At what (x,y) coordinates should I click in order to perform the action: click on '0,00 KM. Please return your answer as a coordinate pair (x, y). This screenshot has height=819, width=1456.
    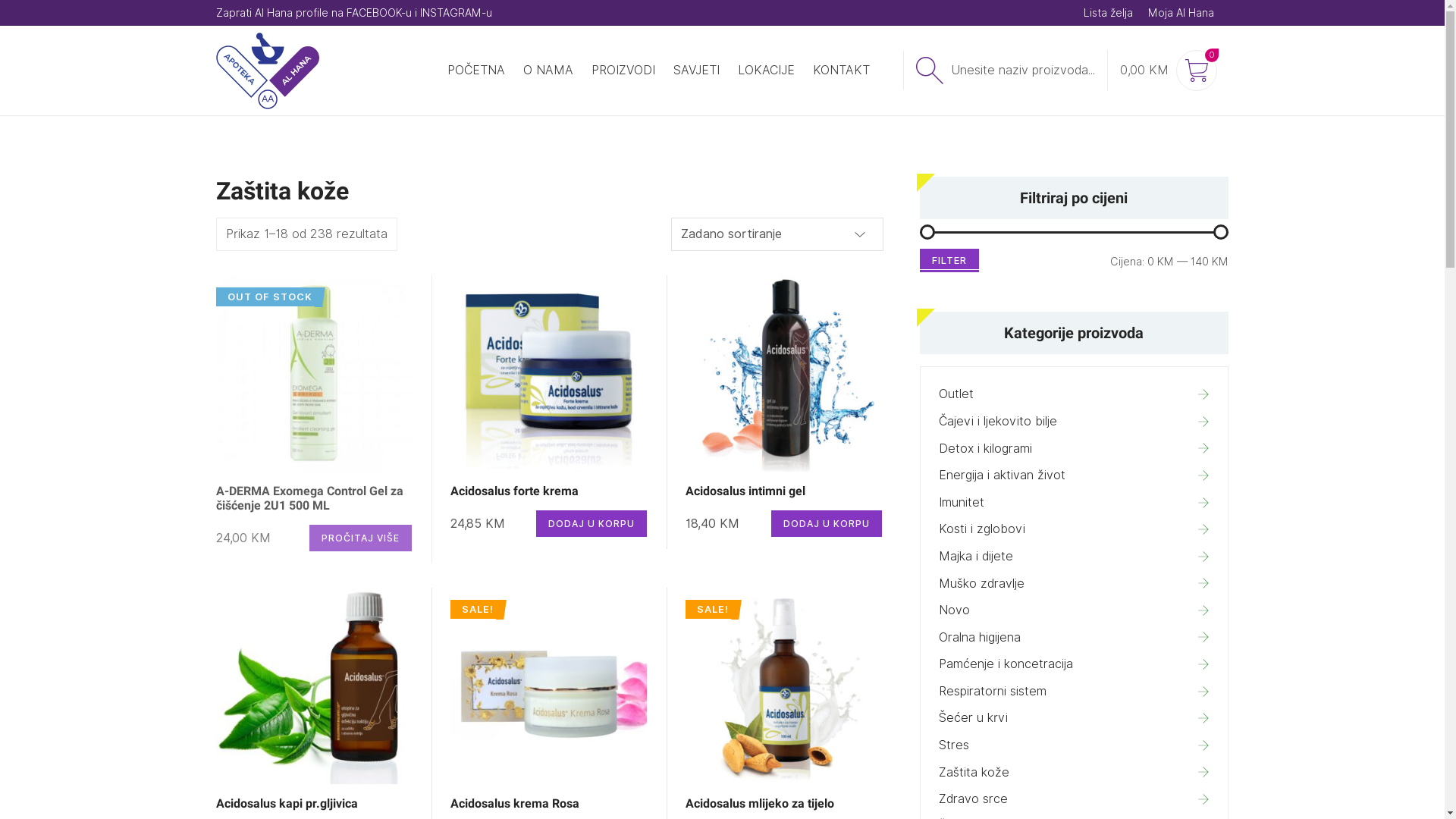
    Looking at the image, I should click on (1106, 70).